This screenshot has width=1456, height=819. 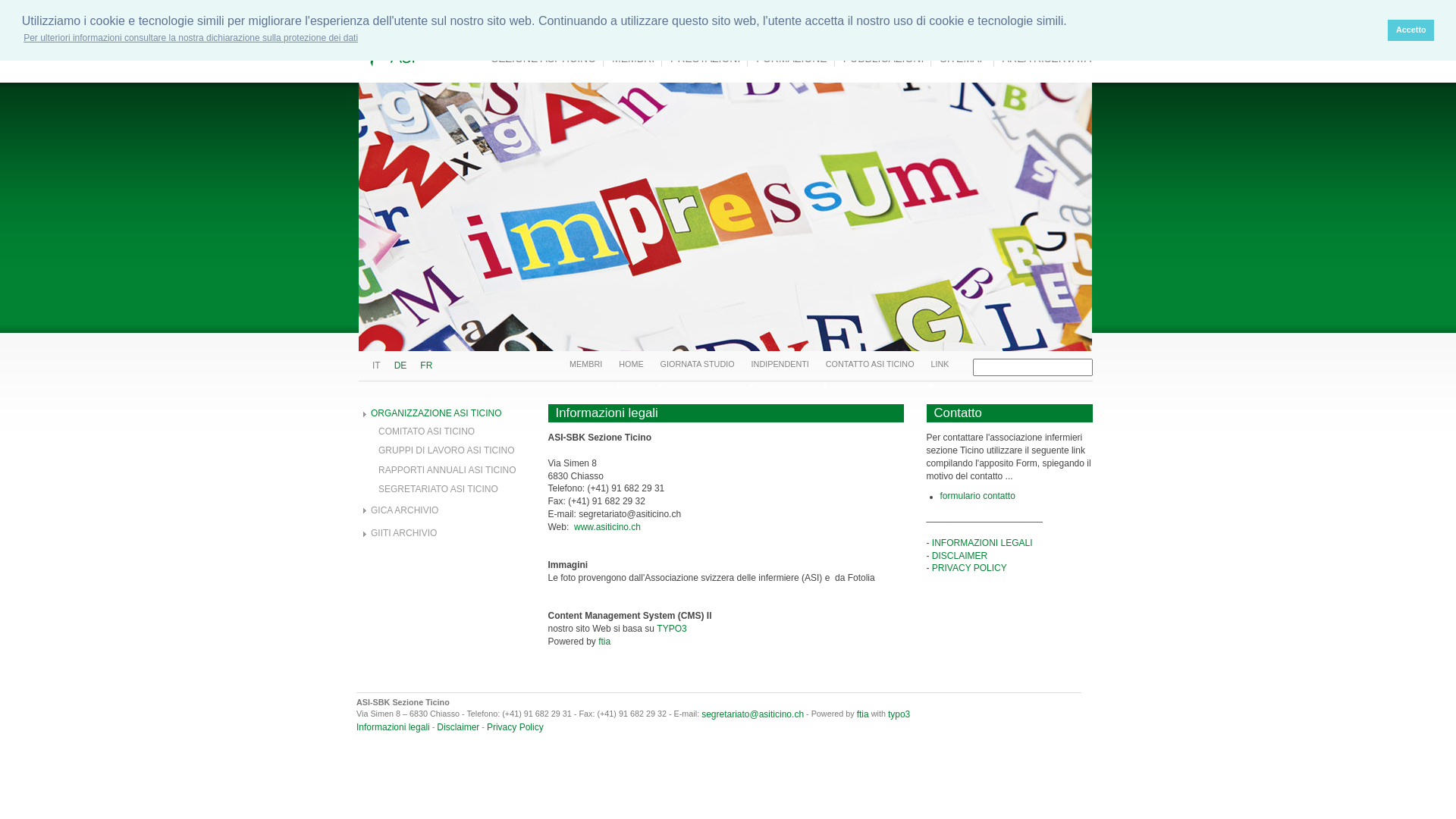 I want to click on 'FORMAZIONE', so click(x=790, y=58).